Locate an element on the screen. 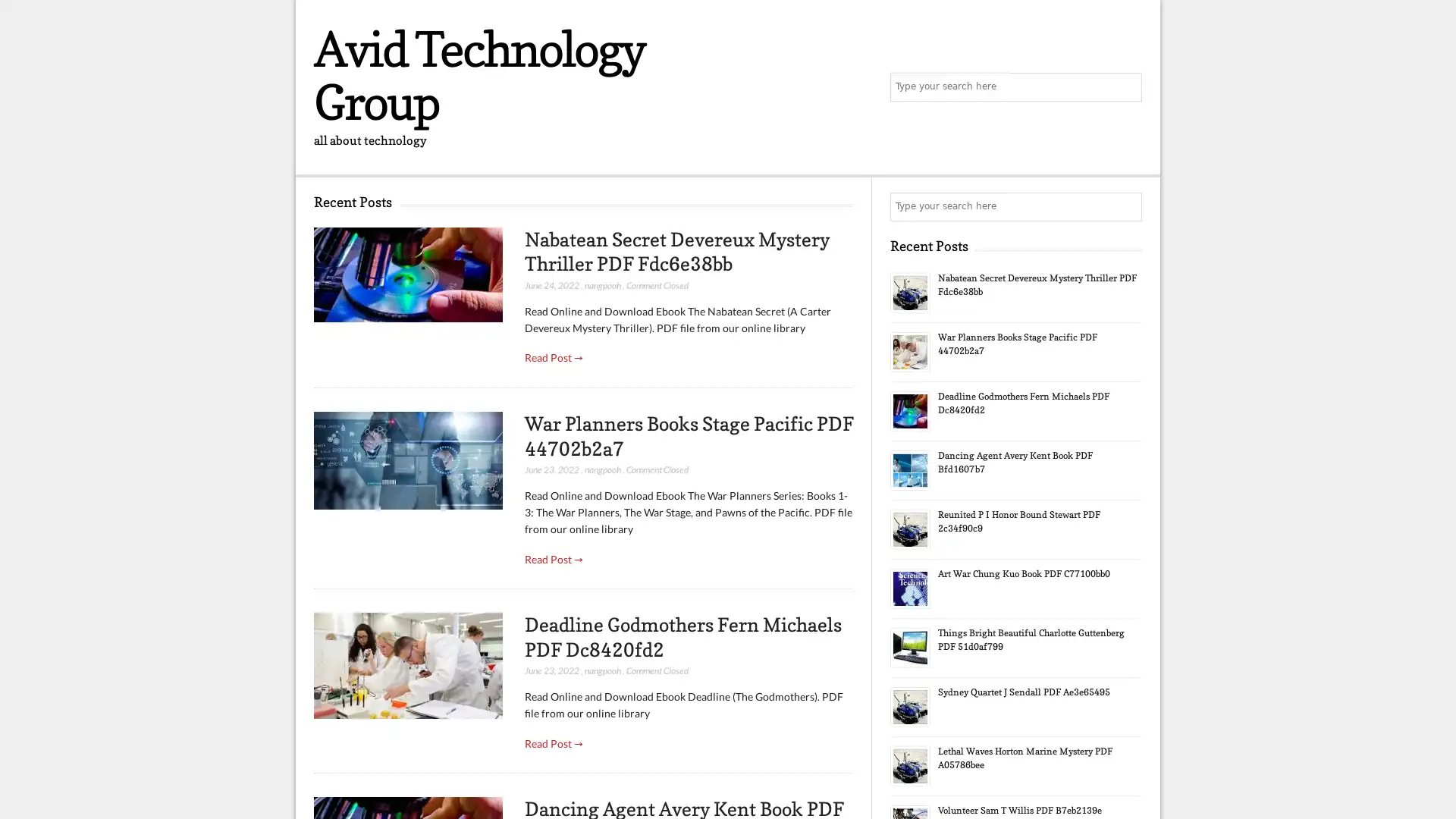 This screenshot has width=1456, height=819. Search is located at coordinates (1126, 87).